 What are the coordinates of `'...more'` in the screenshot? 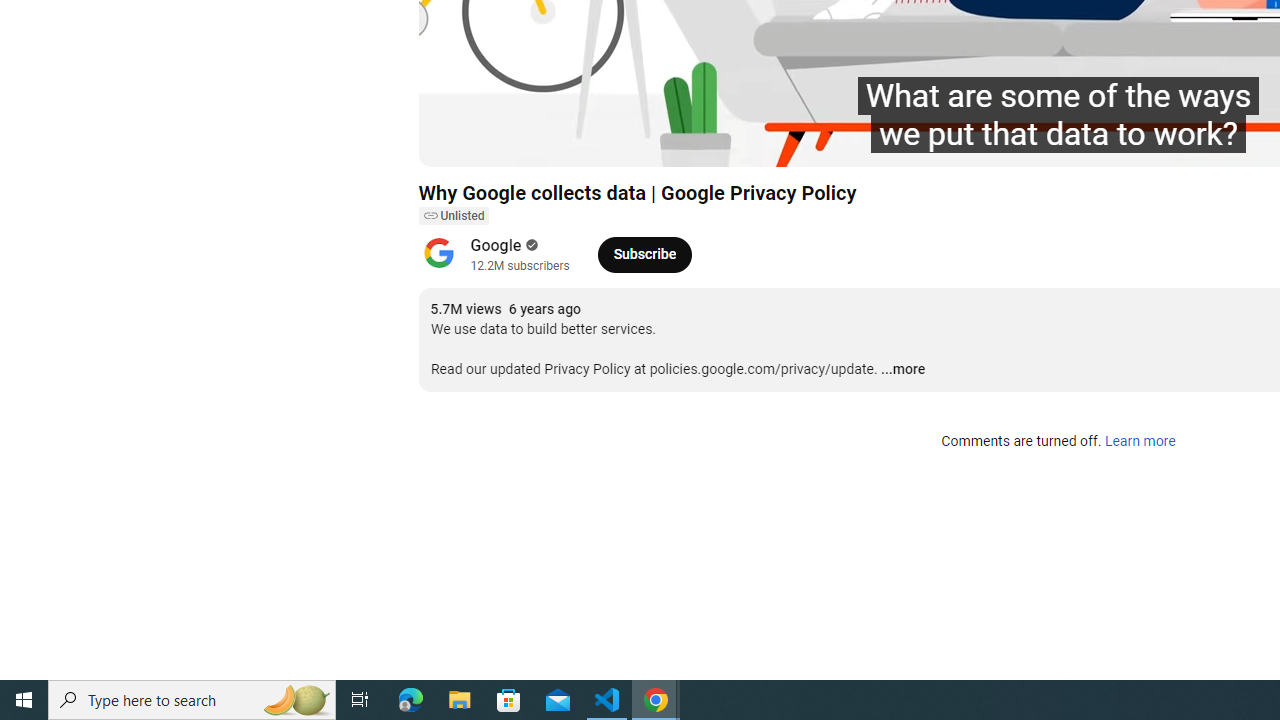 It's located at (902, 370).